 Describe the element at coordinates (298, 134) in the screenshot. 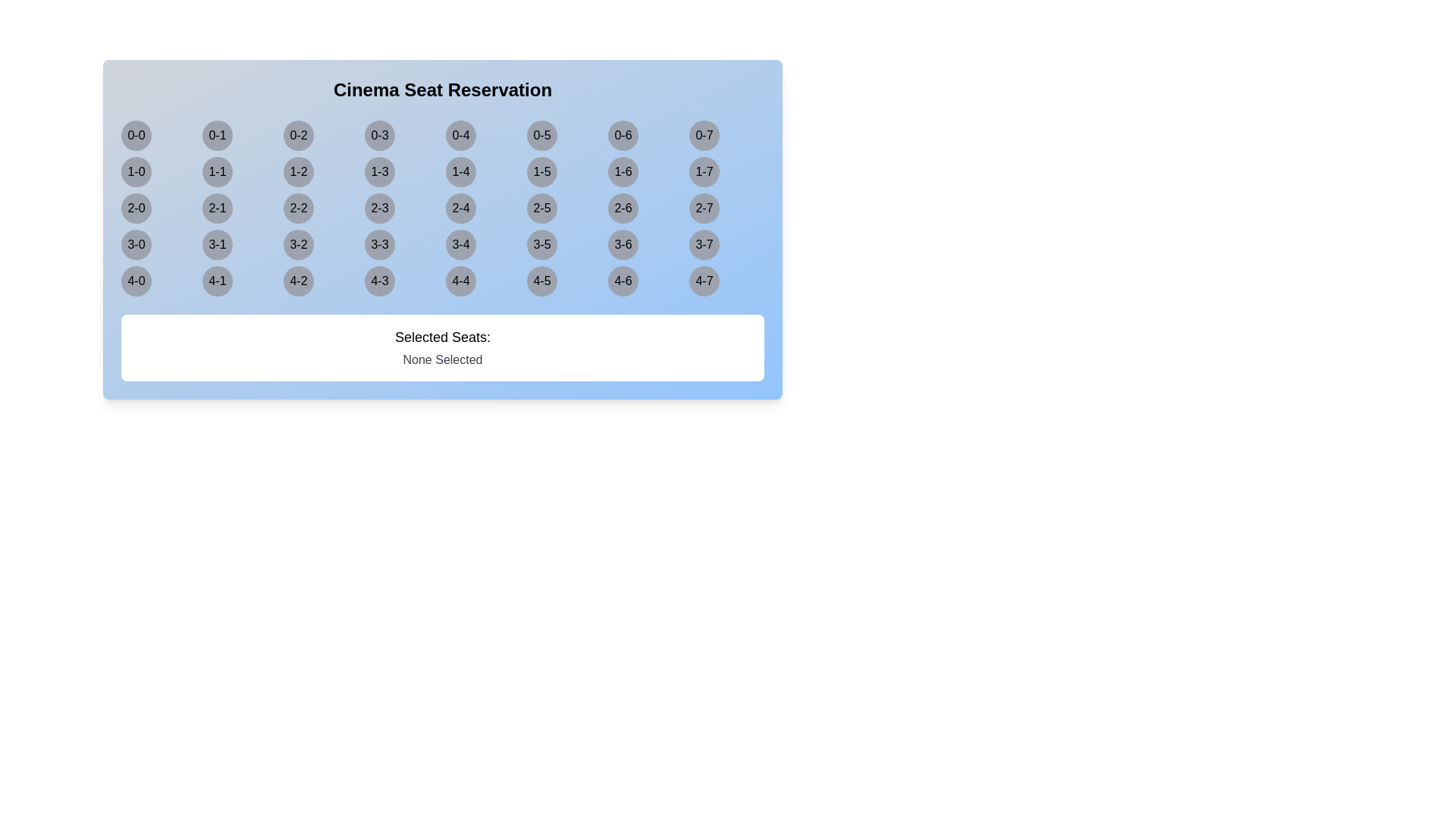

I see `the circular button labeled '0-2' located as the third item` at that location.